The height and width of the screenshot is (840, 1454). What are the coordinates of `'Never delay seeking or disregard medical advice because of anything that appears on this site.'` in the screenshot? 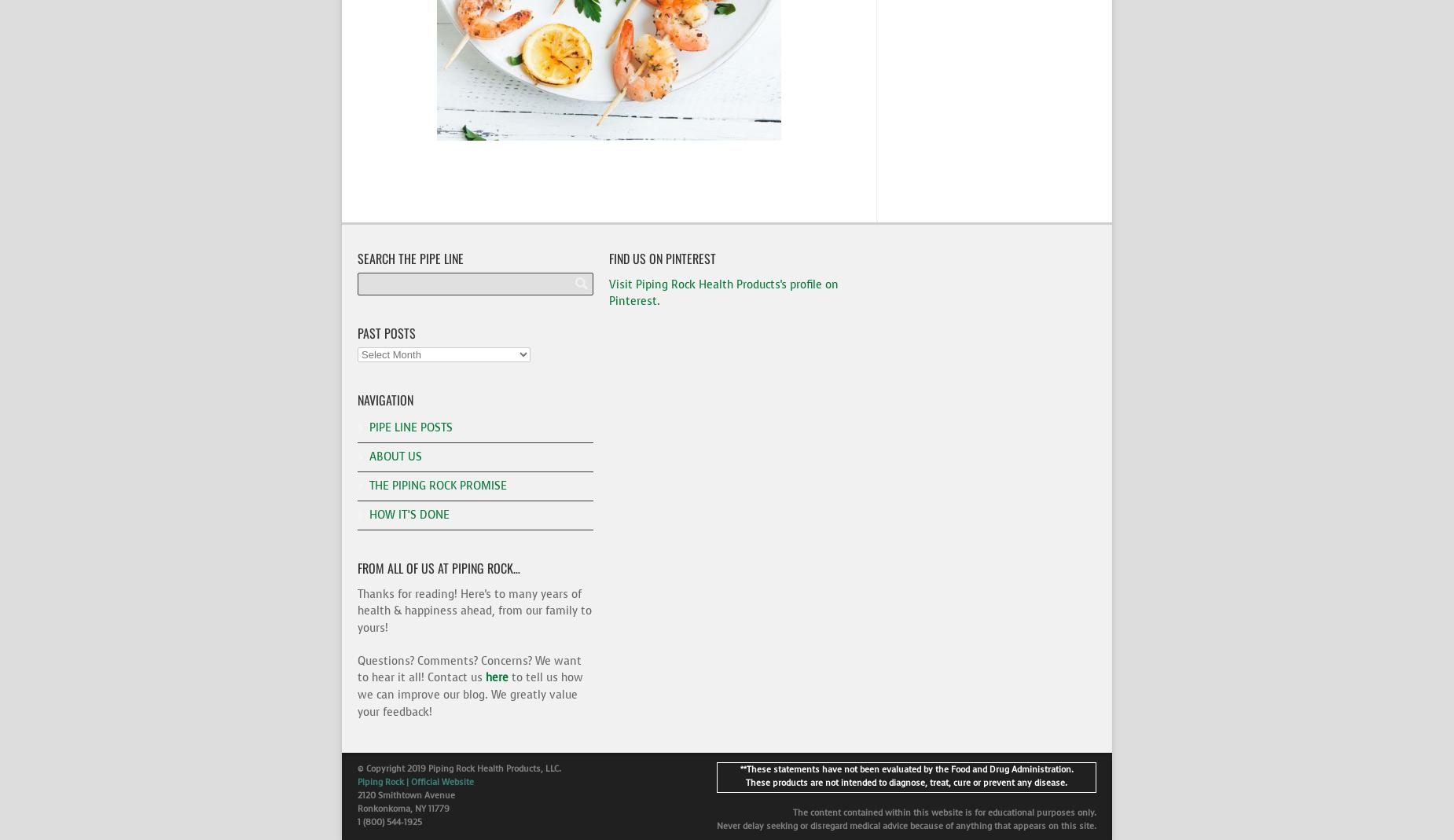 It's located at (717, 825).